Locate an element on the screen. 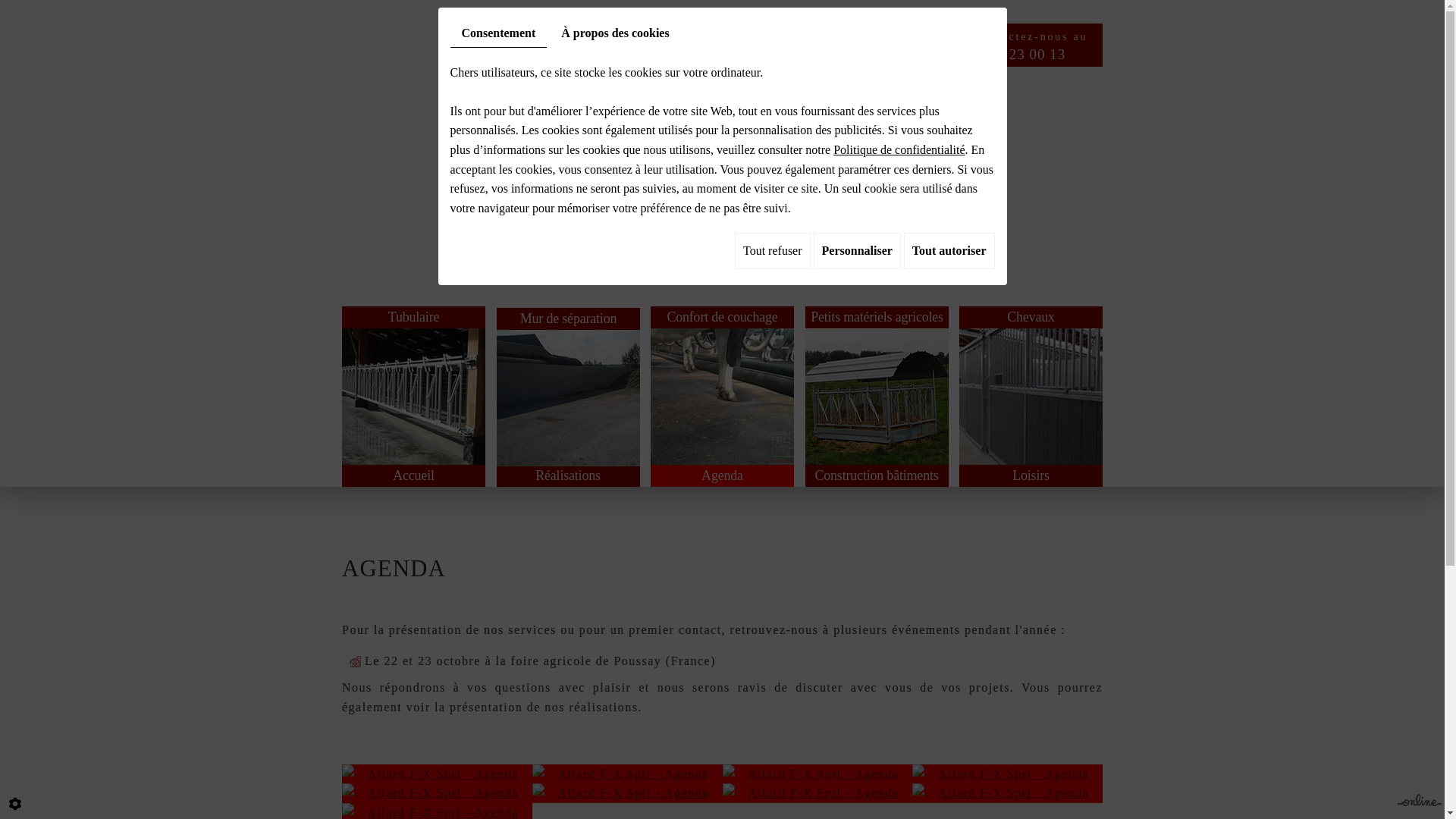 The image size is (1456, 819). 'Personnaliser' is located at coordinates (857, 250).